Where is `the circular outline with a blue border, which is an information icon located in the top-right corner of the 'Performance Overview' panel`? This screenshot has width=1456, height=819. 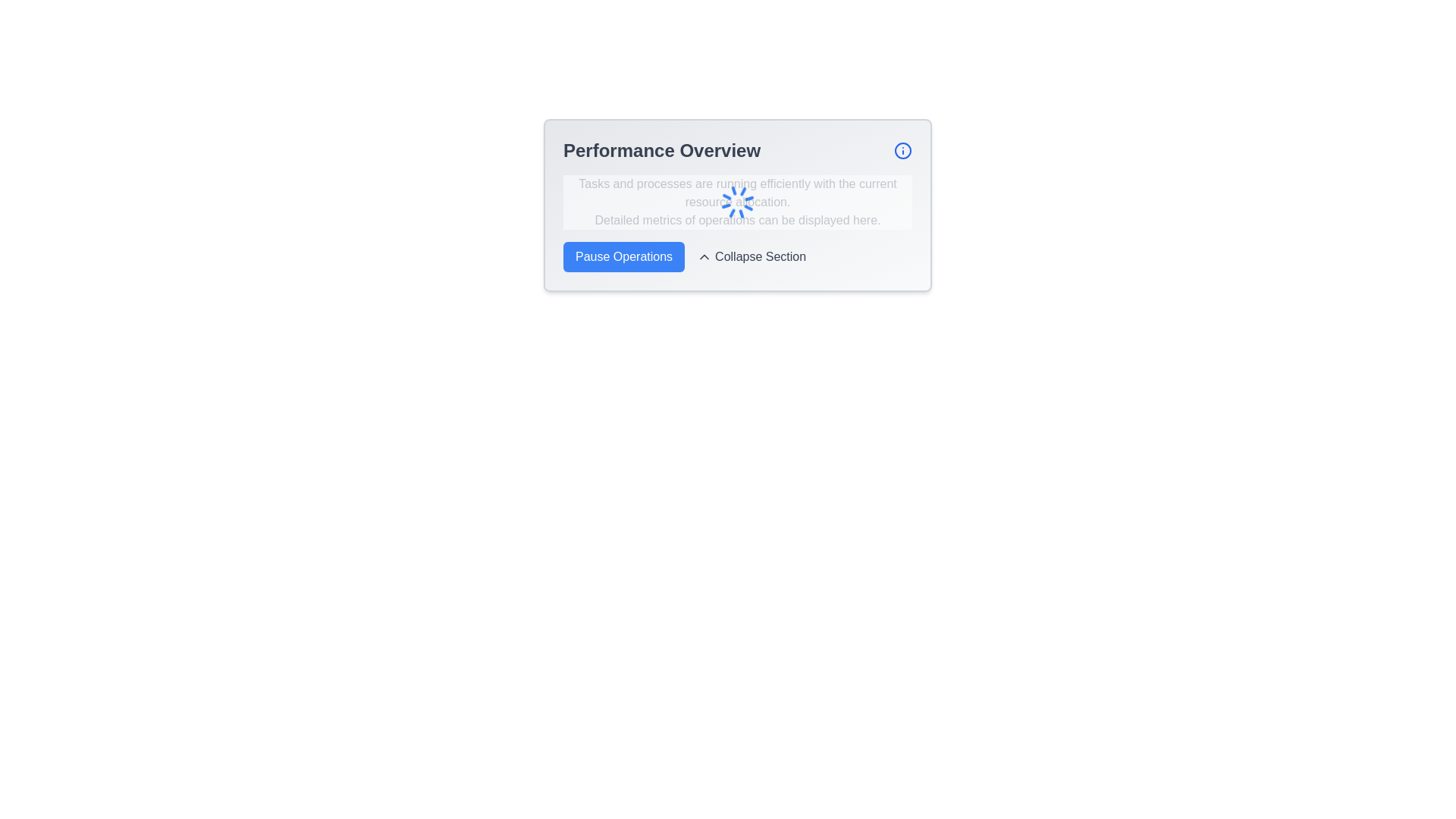 the circular outline with a blue border, which is an information icon located in the top-right corner of the 'Performance Overview' panel is located at coordinates (902, 151).